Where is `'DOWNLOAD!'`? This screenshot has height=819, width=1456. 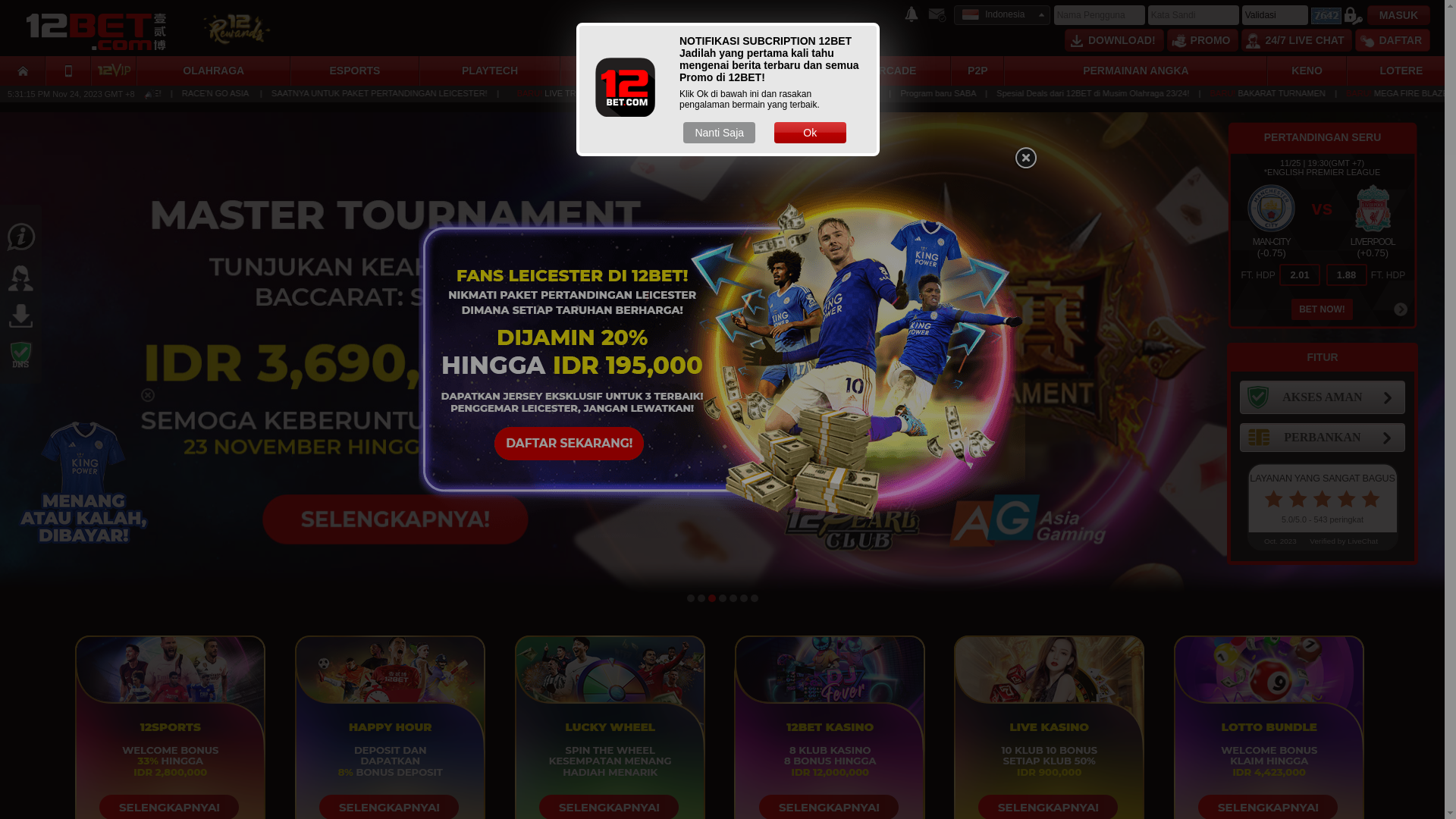
'DOWNLOAD!' is located at coordinates (1114, 39).